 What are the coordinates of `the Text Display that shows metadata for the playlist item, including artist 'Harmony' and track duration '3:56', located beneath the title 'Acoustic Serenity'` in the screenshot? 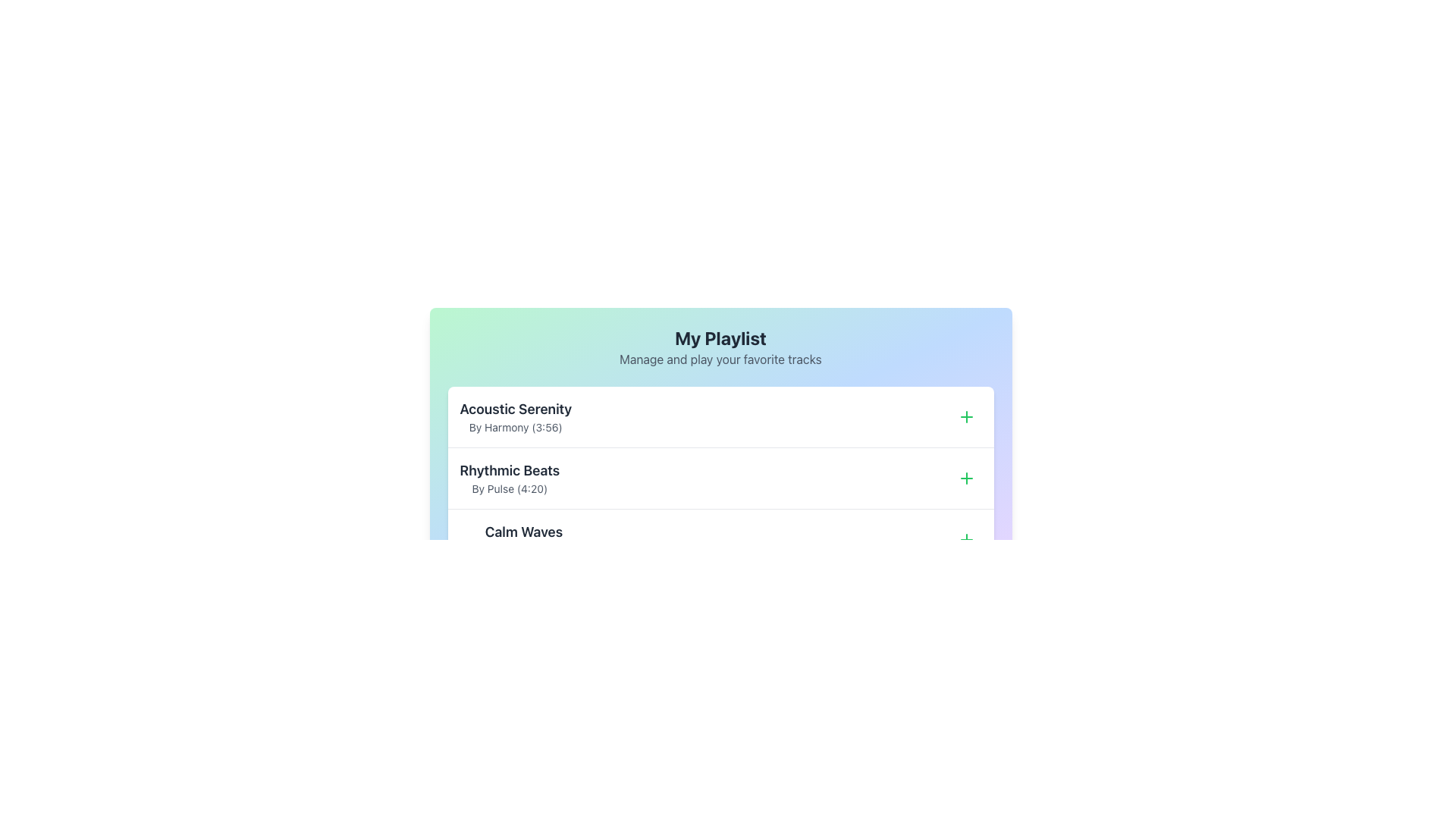 It's located at (516, 427).